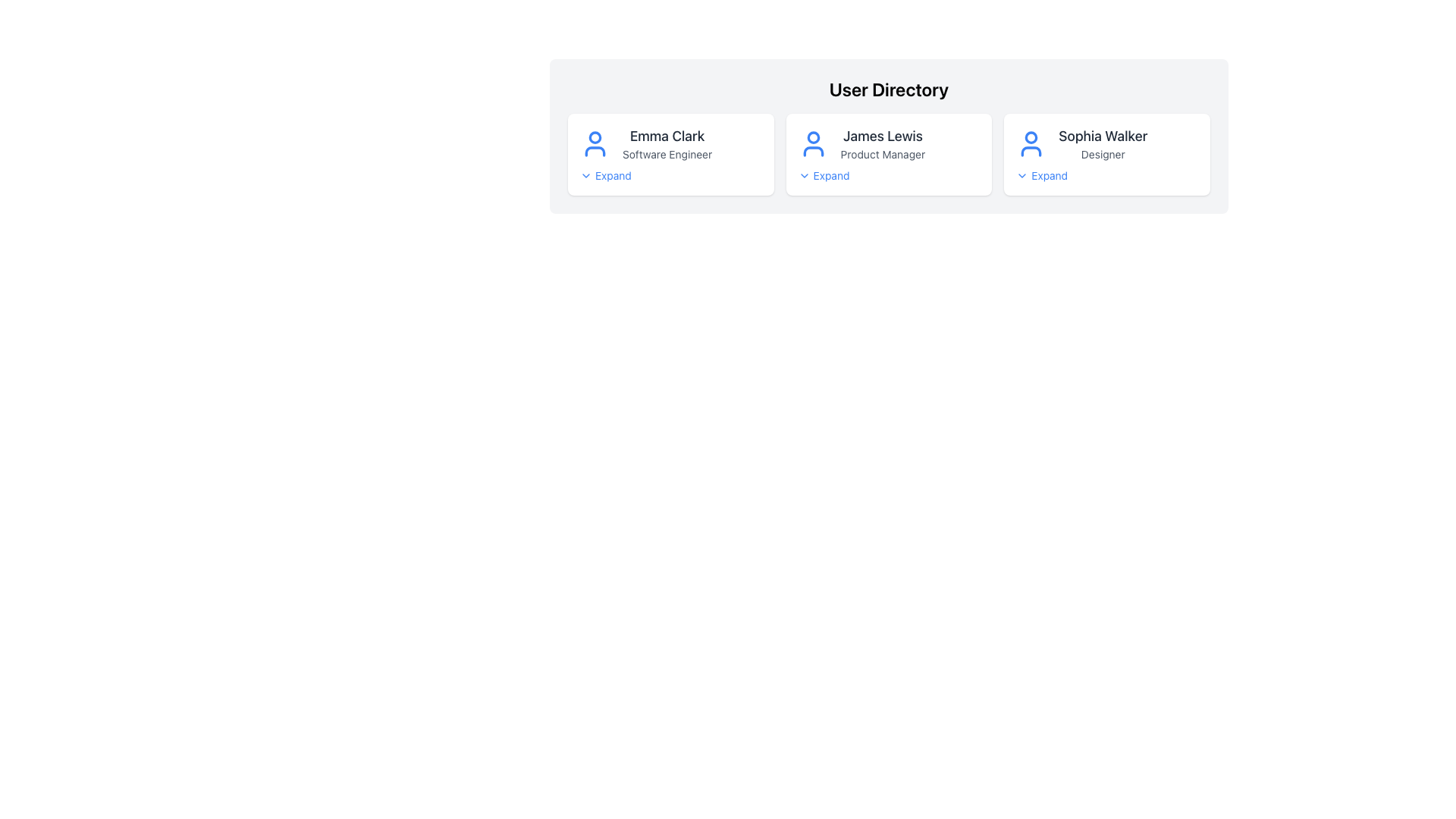 Image resolution: width=1456 pixels, height=819 pixels. I want to click on the user icon representing 'Sophia Walker' located in the top-left corner of her card layout, so click(1031, 143).